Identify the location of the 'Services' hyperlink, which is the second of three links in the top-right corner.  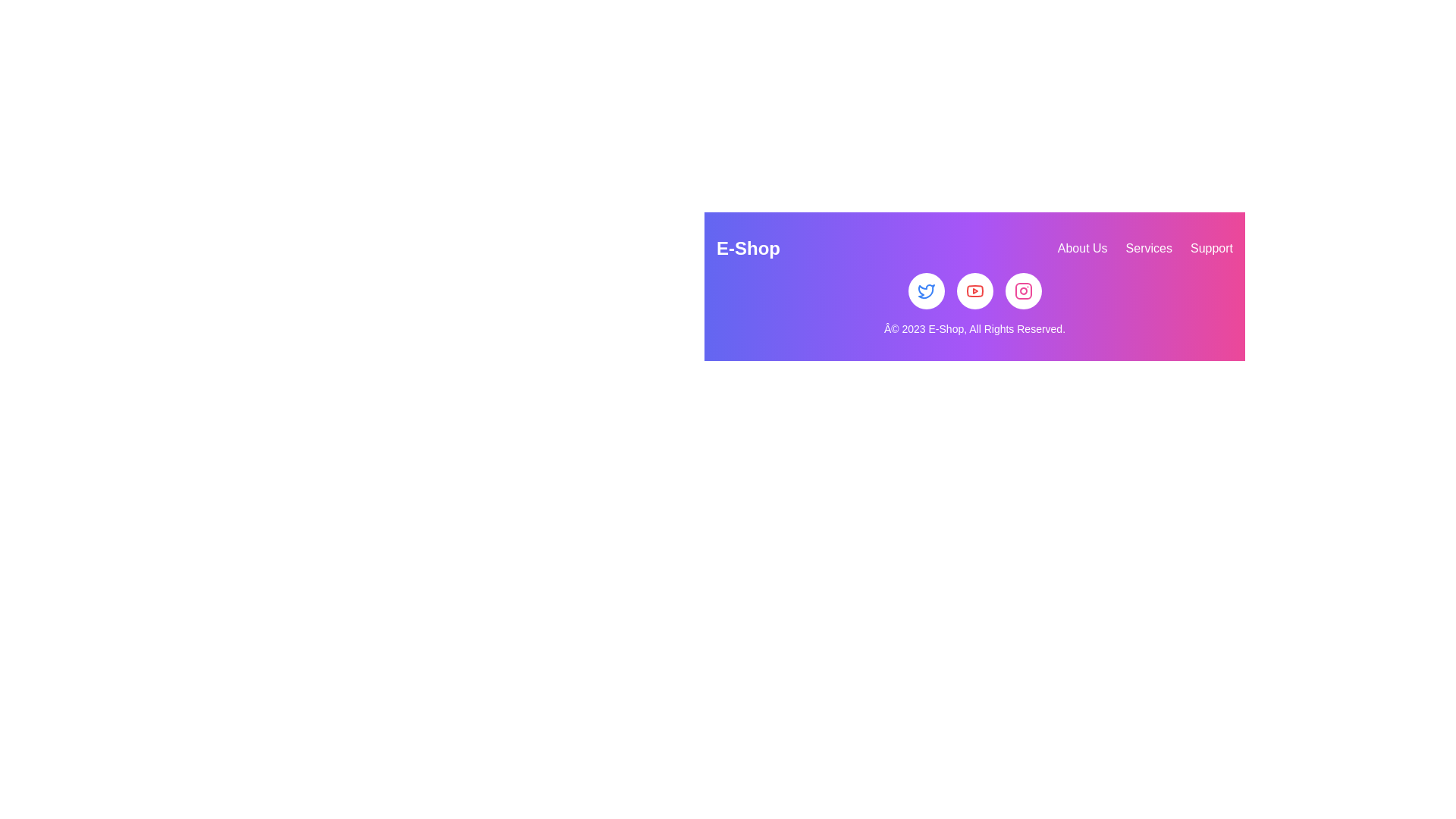
(1149, 247).